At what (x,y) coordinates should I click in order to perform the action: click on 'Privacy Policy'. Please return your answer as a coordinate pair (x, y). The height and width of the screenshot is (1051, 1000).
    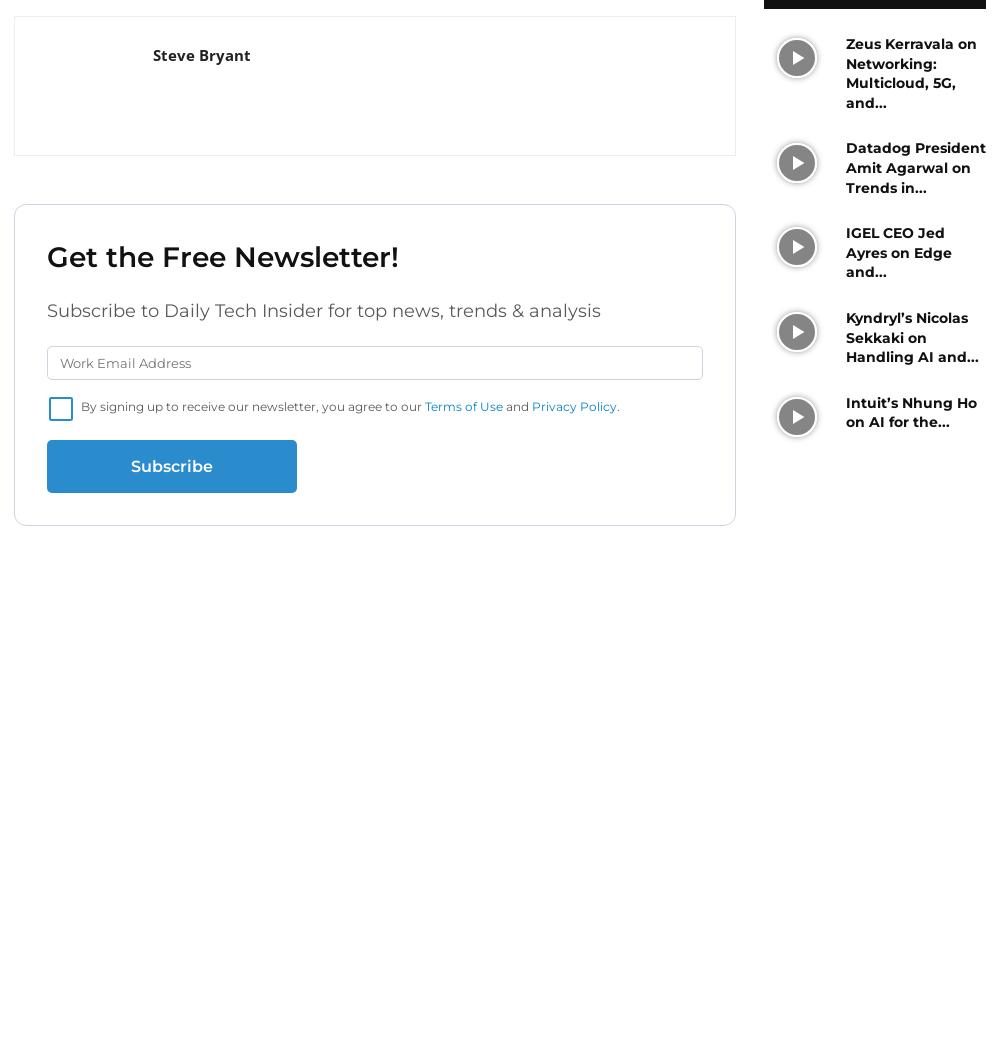
    Looking at the image, I should click on (573, 406).